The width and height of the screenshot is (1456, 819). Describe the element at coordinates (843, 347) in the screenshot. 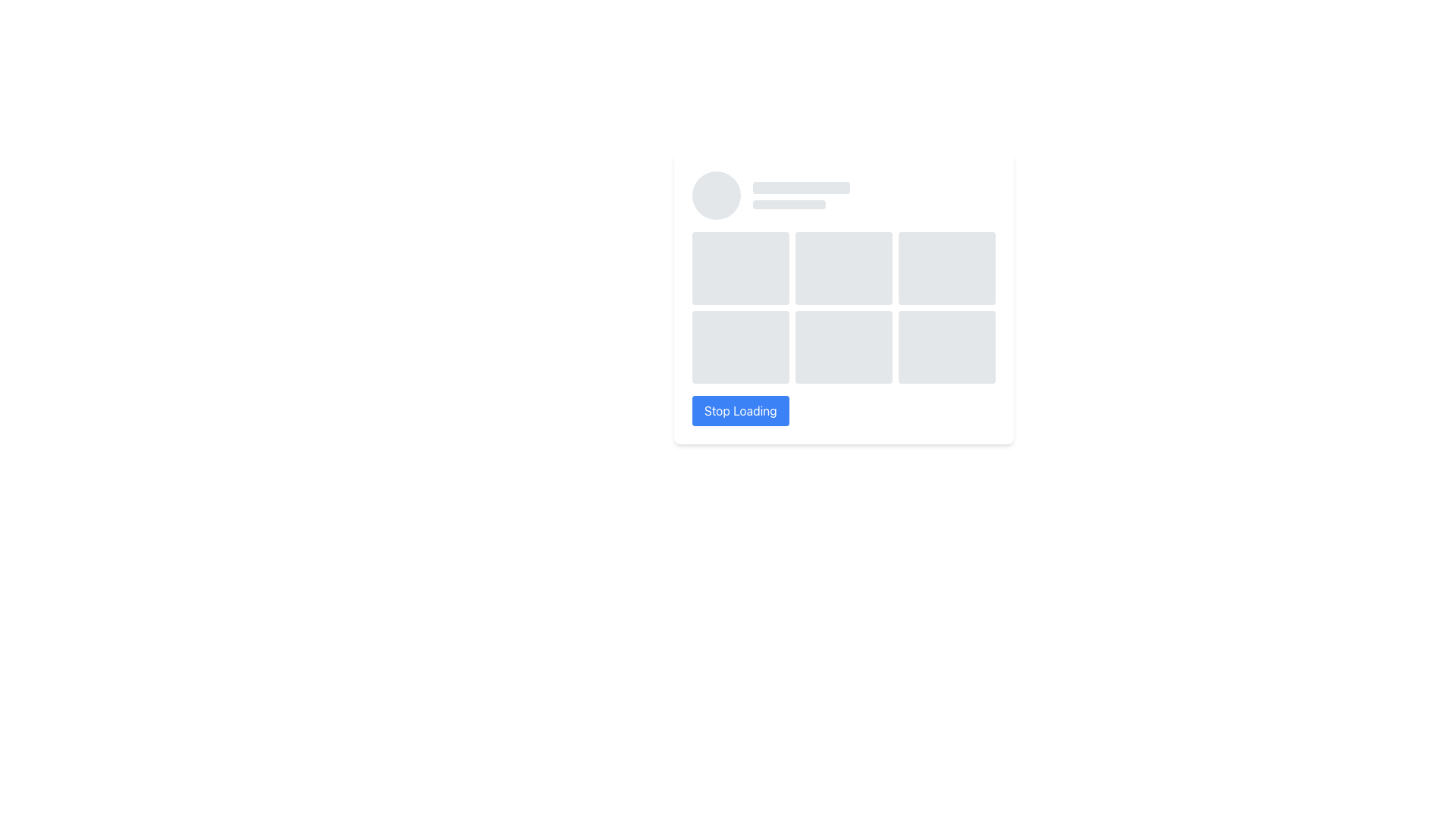

I see `the rectangular placeholder block with rounded corners and a light gray background, which indicates a loading animation, located in the middle of the second row of a grid layout` at that location.